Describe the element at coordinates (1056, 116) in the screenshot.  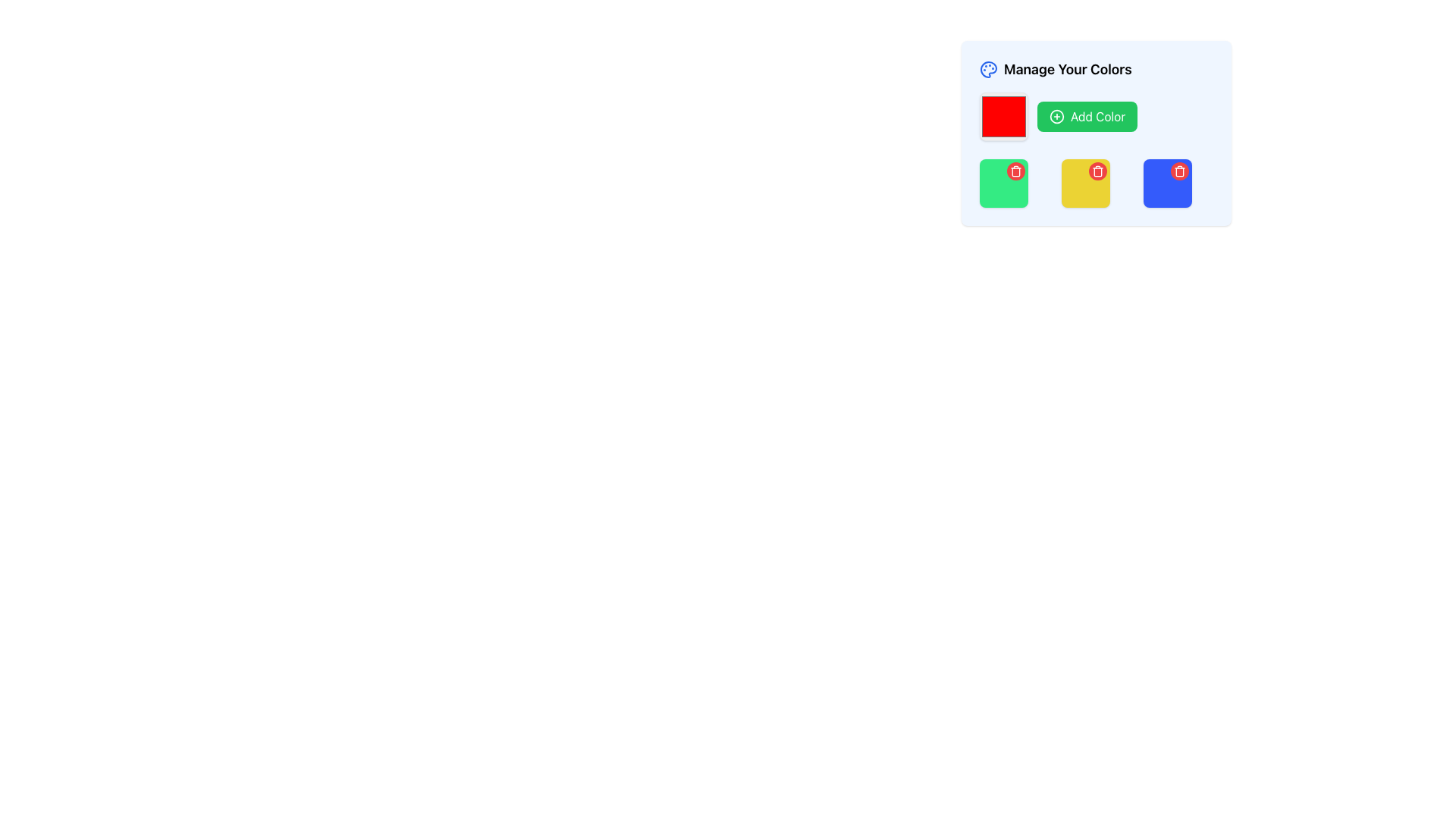
I see `the circular icon with a plus sign in its center, located inside the 'Add Color' button, positioned to the left of the label text` at that location.